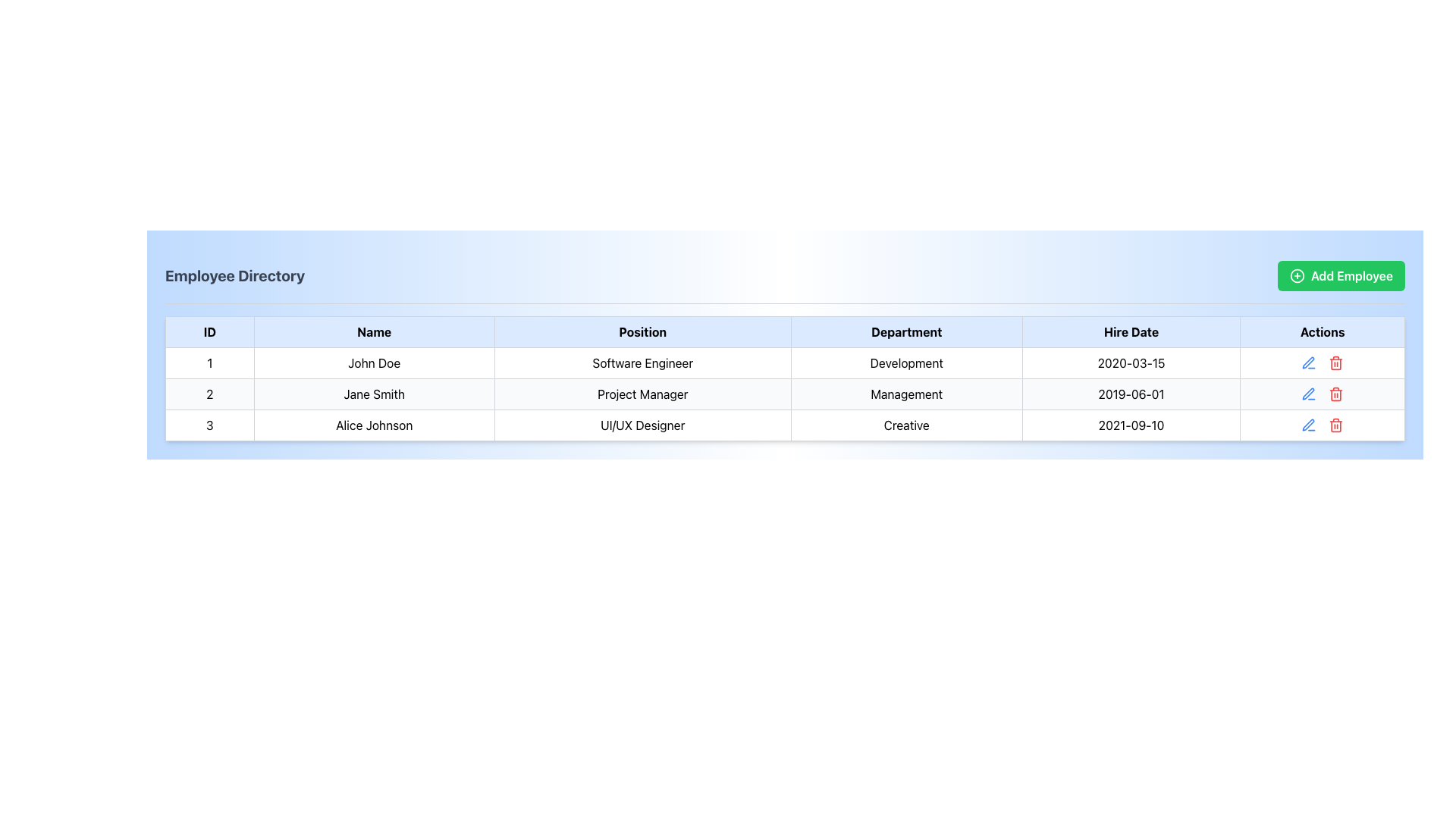 This screenshot has width=1456, height=819. What do you see at coordinates (642, 362) in the screenshot?
I see `the text label displaying 'Software Engineer' in the 'Position' column of the table corresponding to 'John Doe' row` at bounding box center [642, 362].